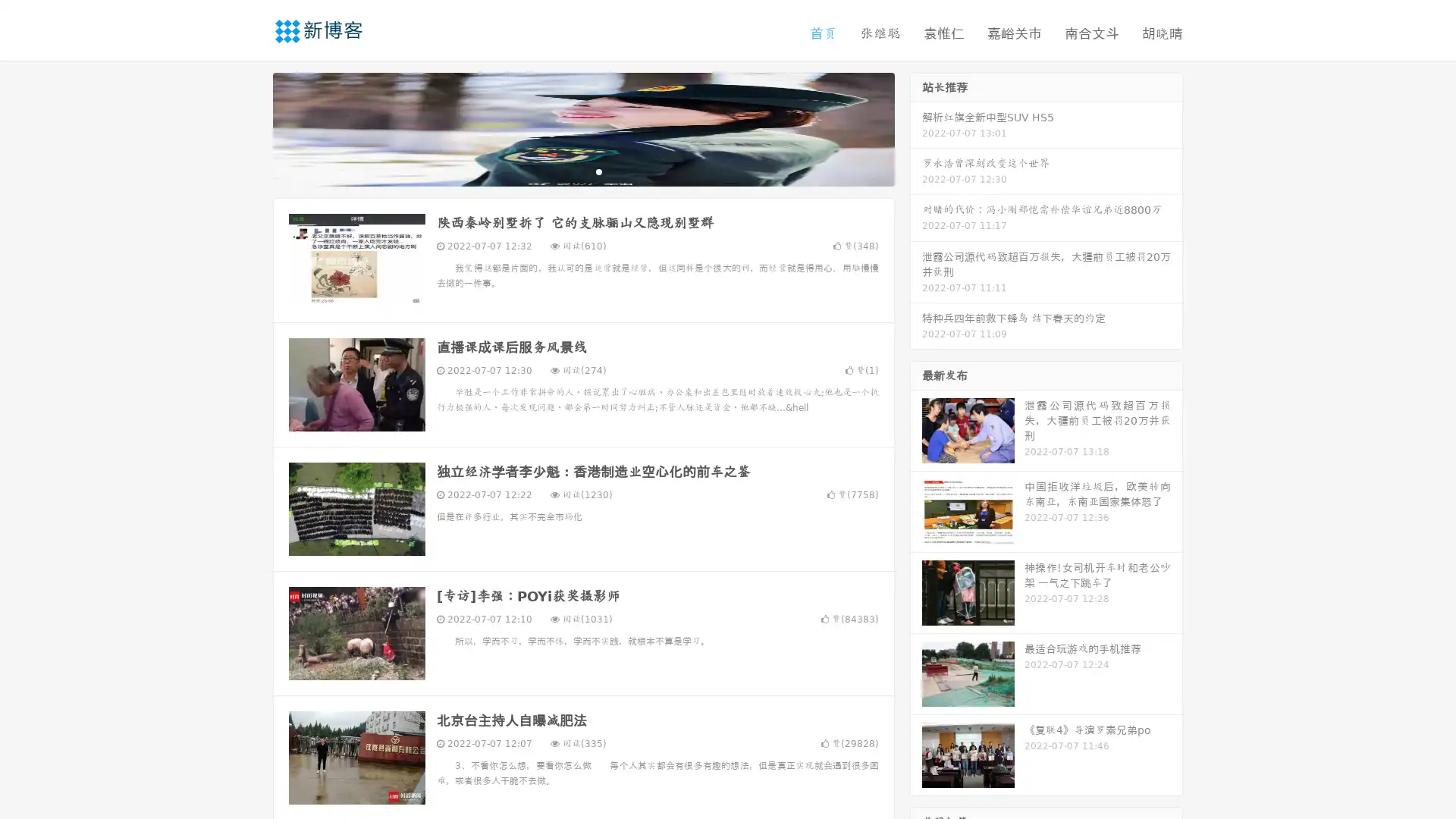 The image size is (1456, 819). Describe the element at coordinates (567, 171) in the screenshot. I see `Go to slide 1` at that location.